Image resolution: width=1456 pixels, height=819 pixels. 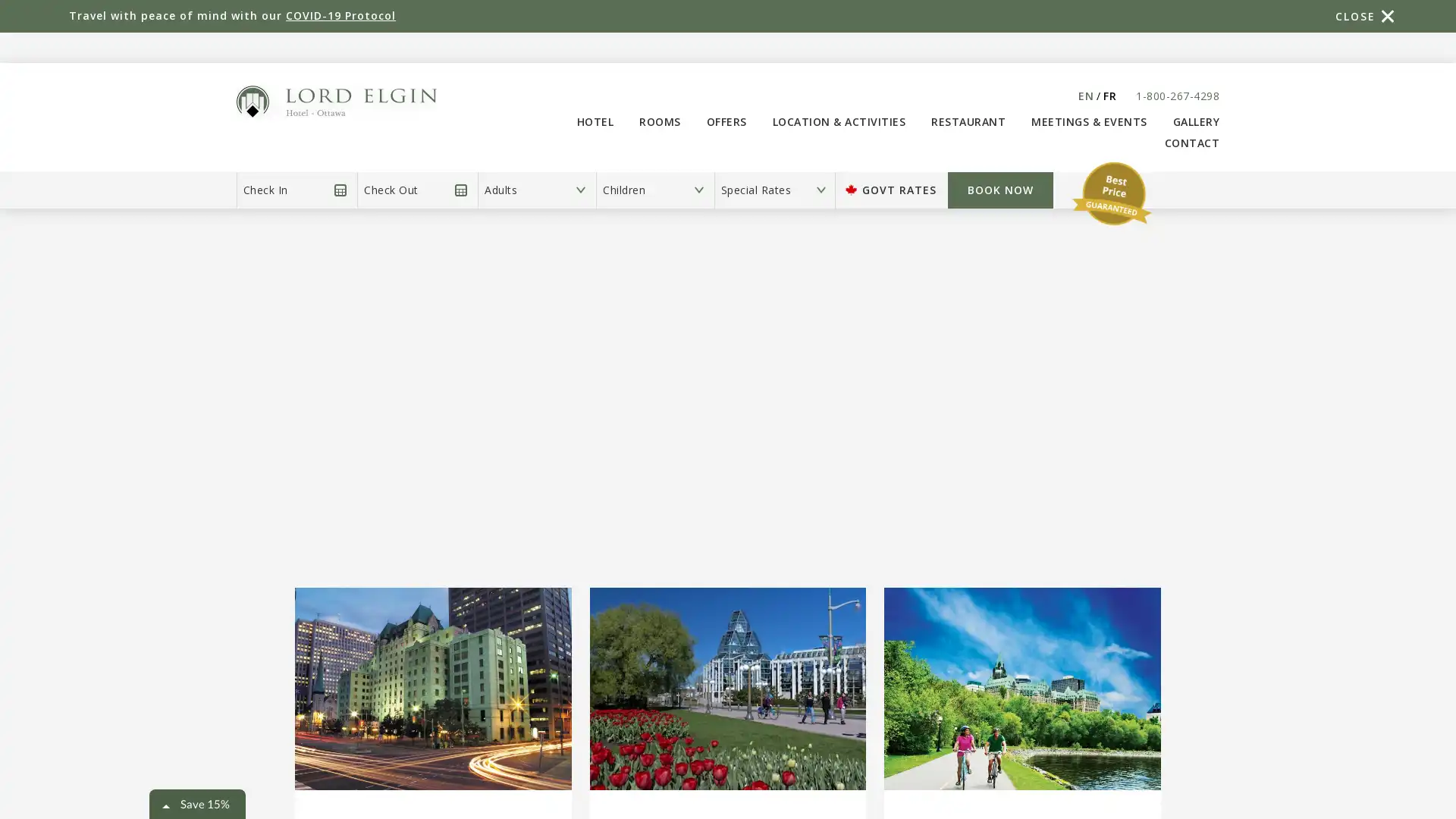 What do you see at coordinates (1000, 189) in the screenshot?
I see `Book Now` at bounding box center [1000, 189].